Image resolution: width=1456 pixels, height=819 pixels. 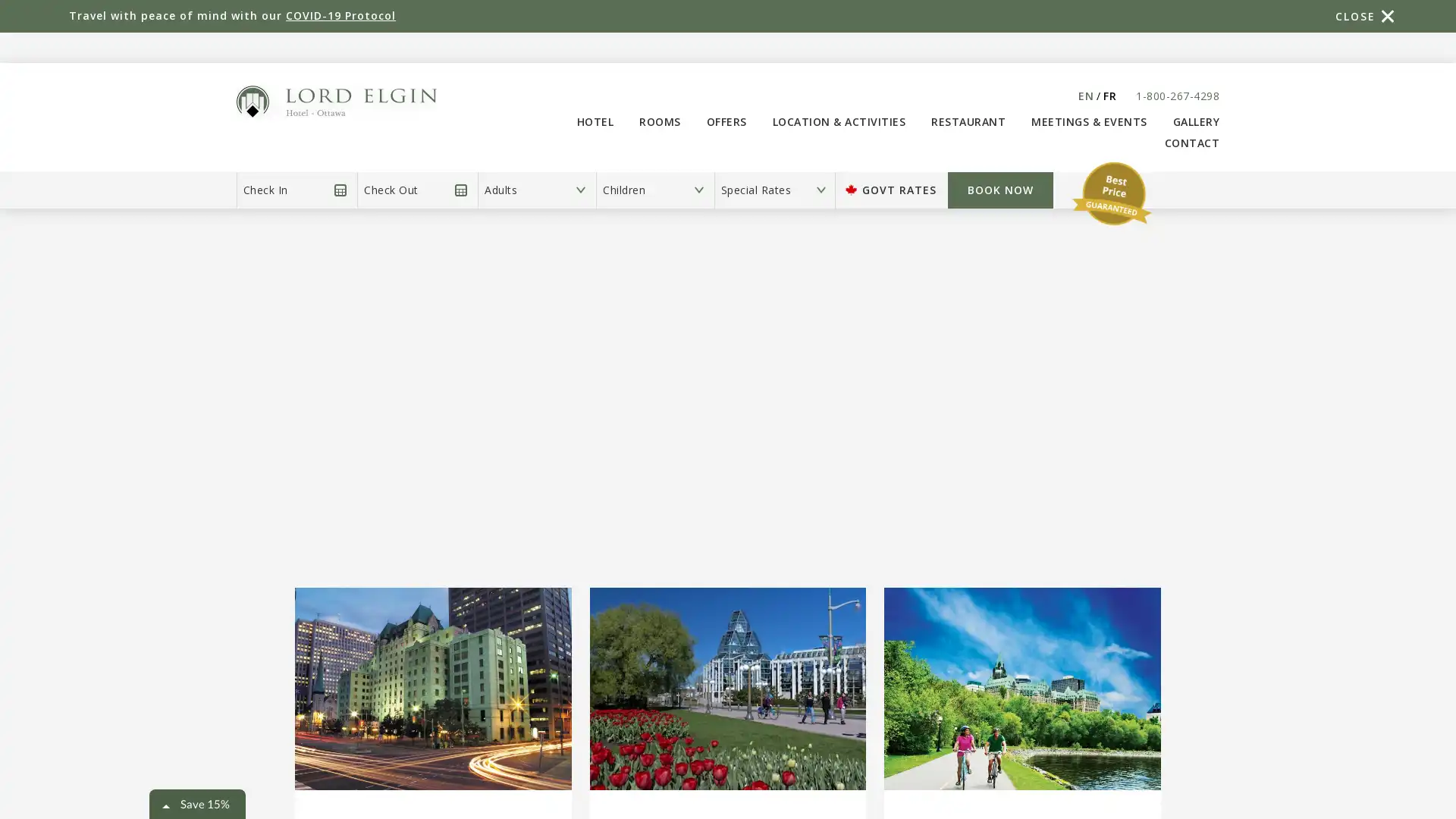 What do you see at coordinates (1000, 189) in the screenshot?
I see `Book Now` at bounding box center [1000, 189].